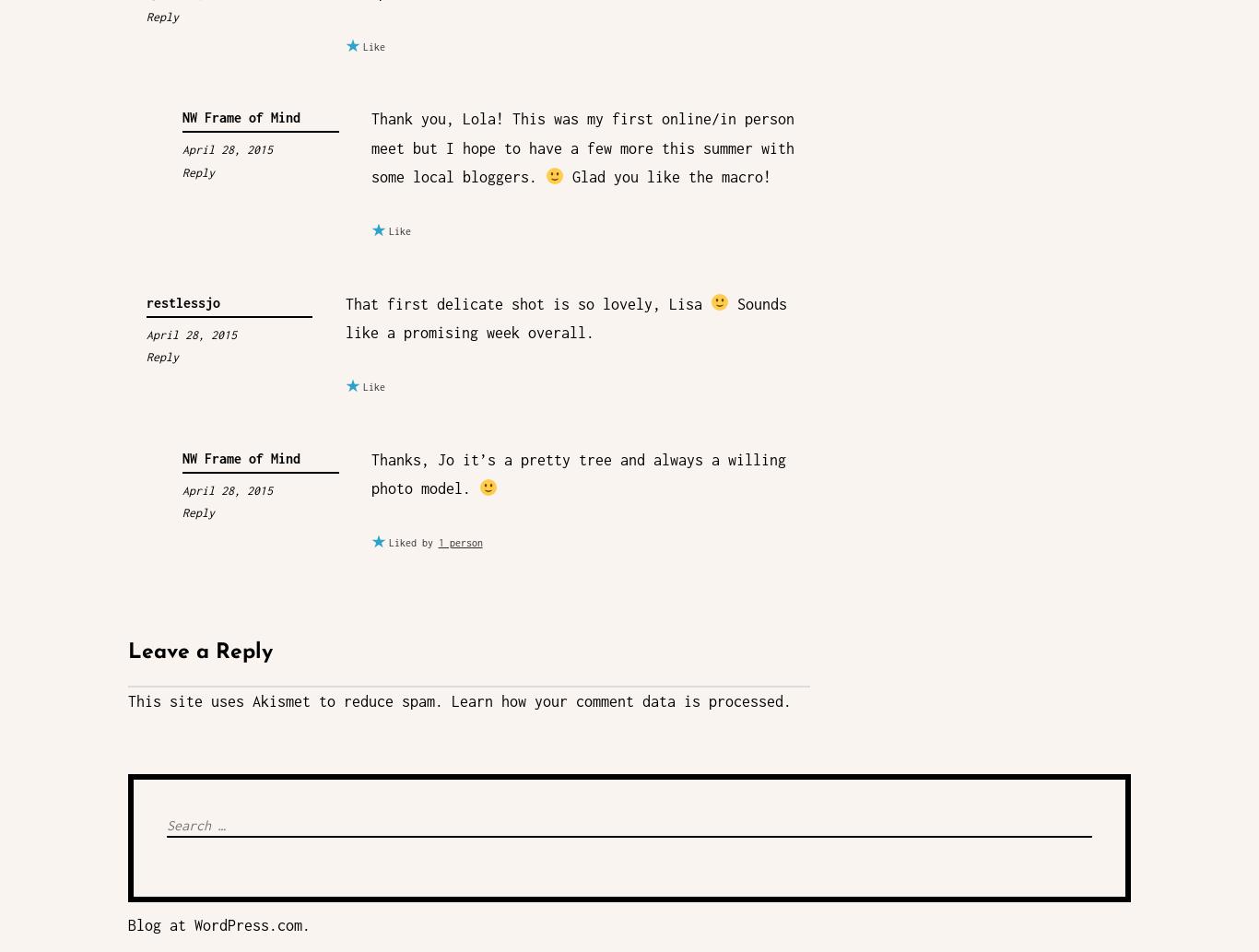 This screenshot has height=952, width=1259. I want to click on 'This site uses Akismet to reduce spam.', so click(127, 699).